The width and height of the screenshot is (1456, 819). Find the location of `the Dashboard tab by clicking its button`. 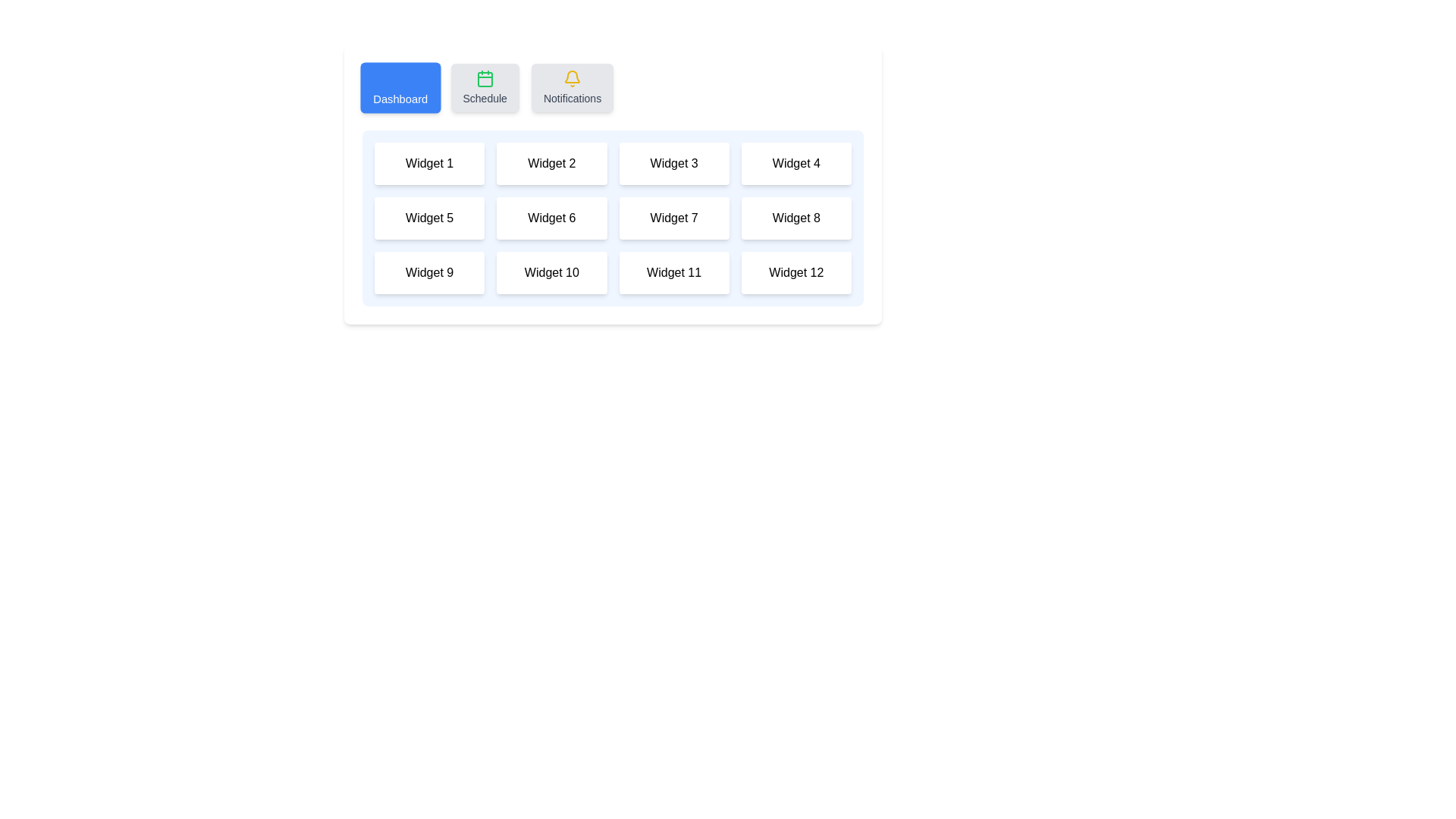

the Dashboard tab by clicking its button is located at coordinates (400, 87).